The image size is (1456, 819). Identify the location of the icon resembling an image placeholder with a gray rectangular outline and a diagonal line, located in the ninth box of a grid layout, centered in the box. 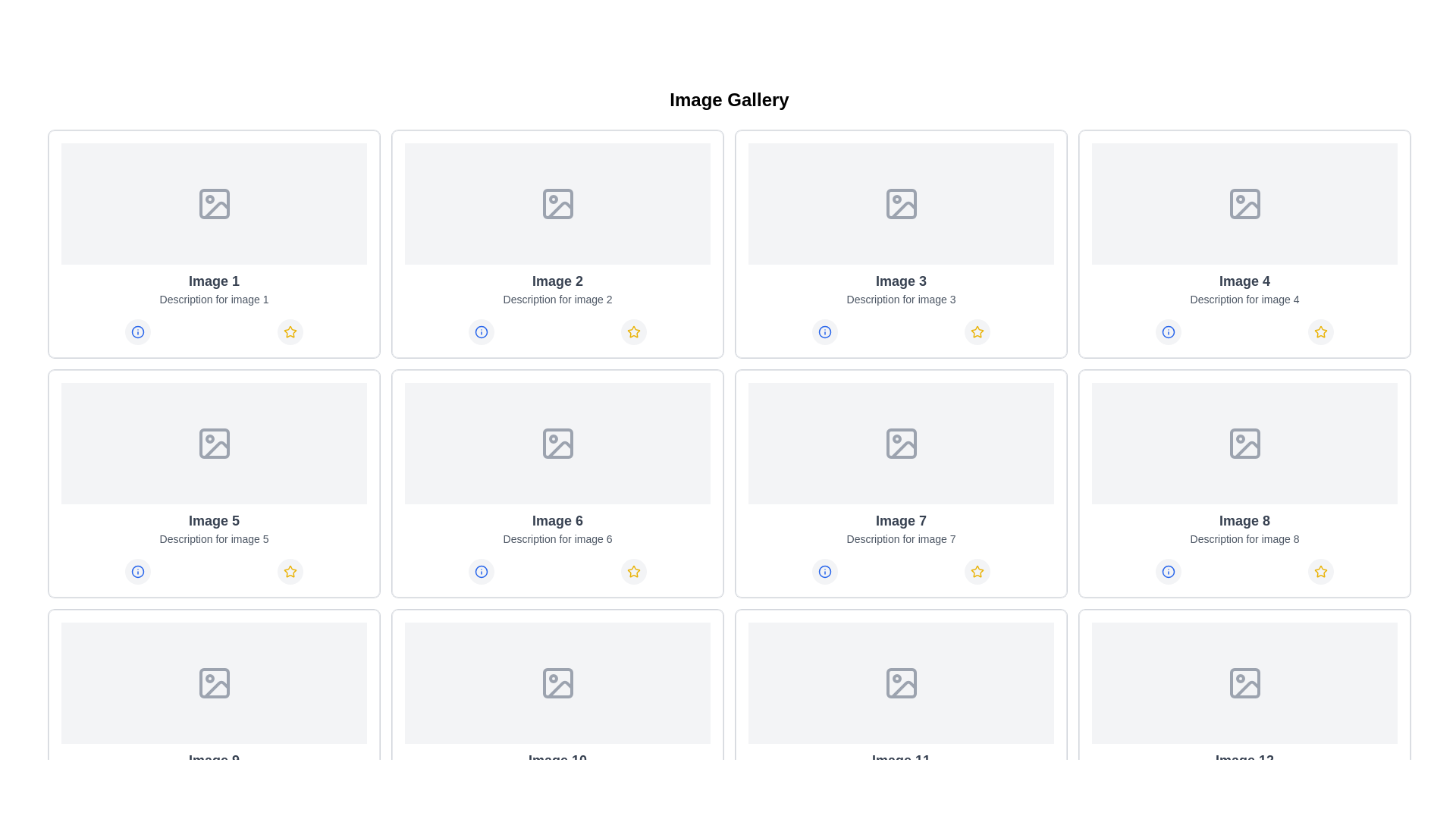
(557, 683).